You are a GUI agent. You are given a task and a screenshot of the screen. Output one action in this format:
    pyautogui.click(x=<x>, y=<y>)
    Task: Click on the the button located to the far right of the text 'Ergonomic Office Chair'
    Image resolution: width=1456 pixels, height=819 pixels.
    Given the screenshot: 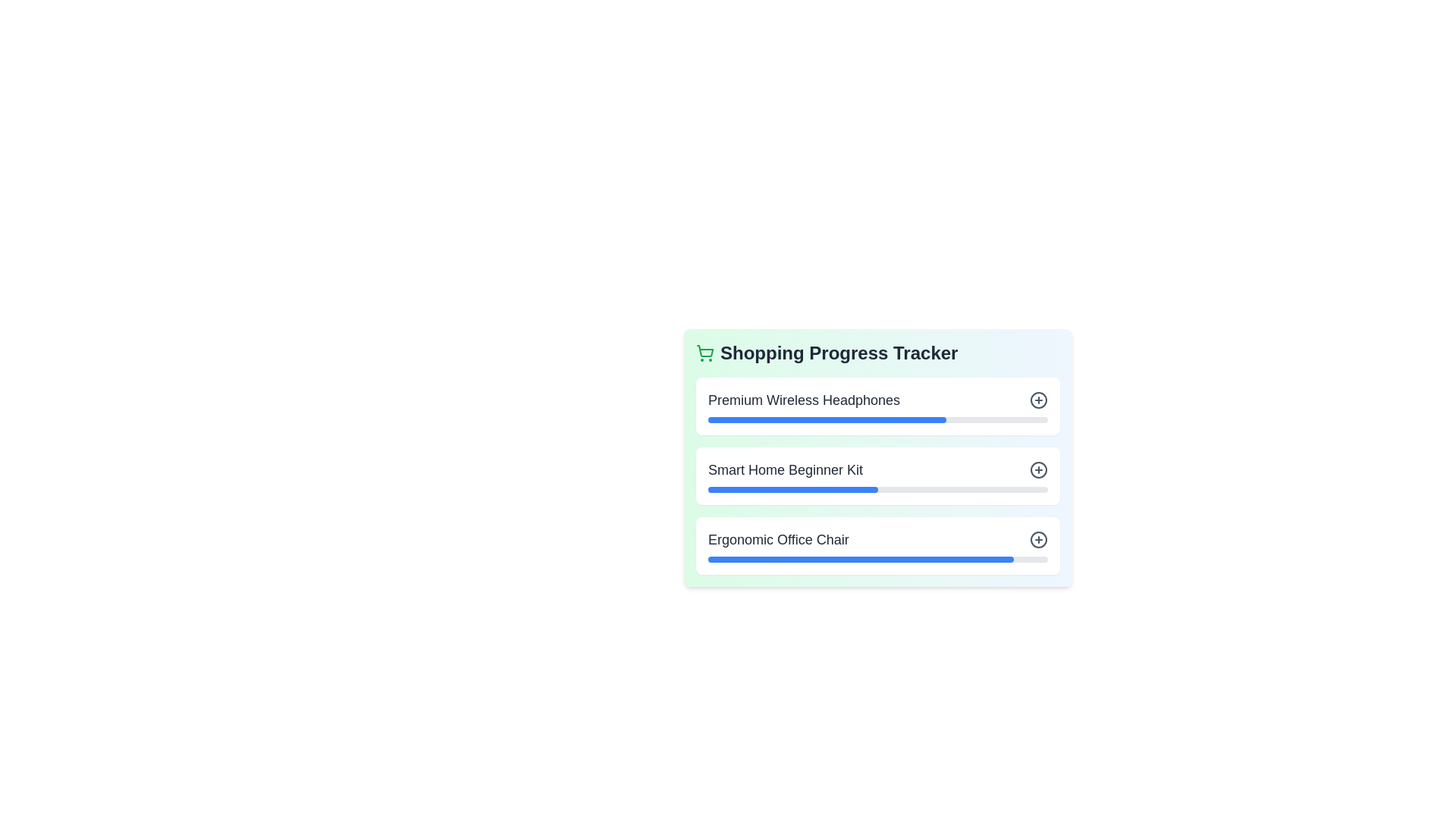 What is the action you would take?
    pyautogui.click(x=1037, y=539)
    